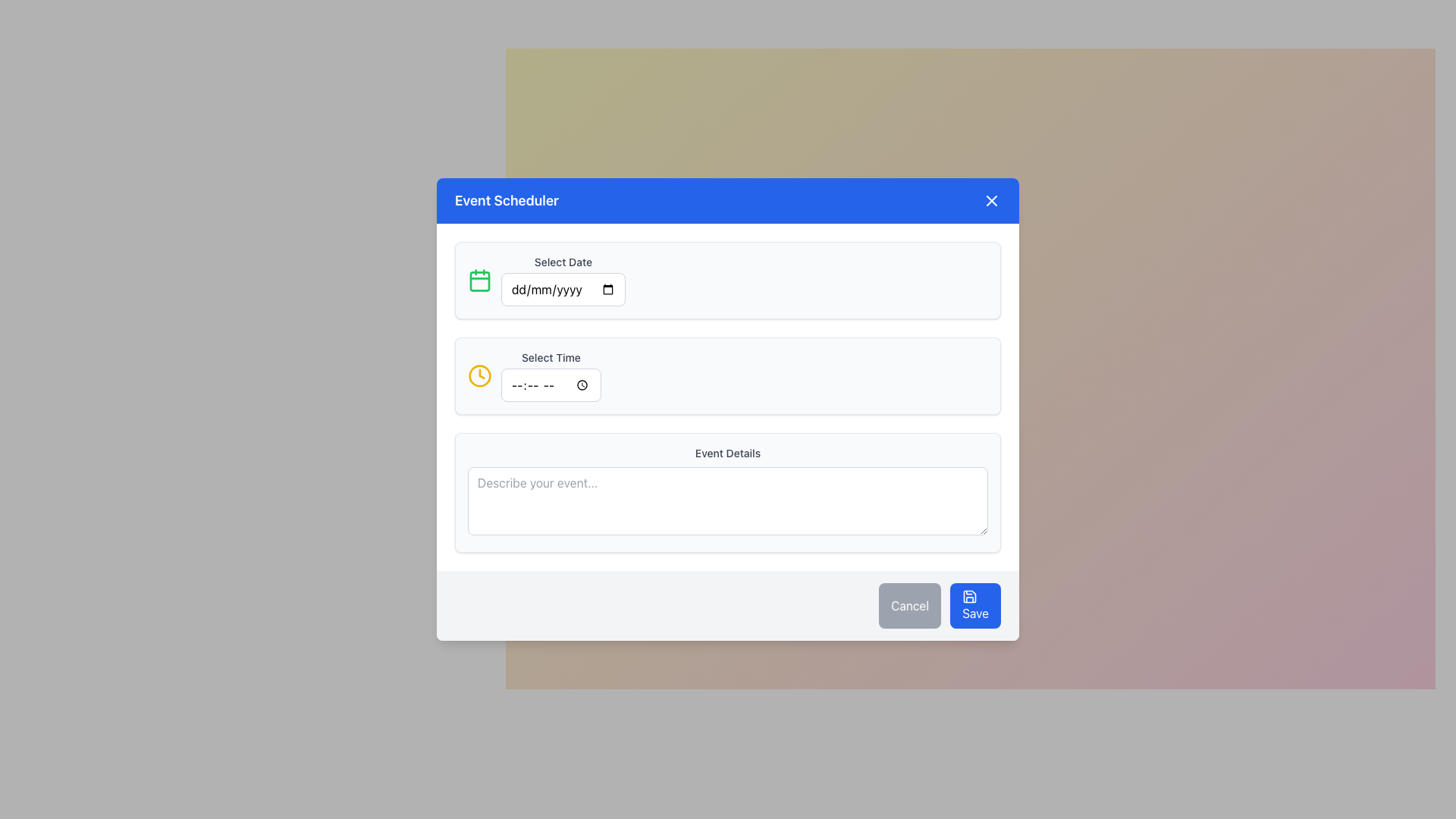 Image resolution: width=1456 pixels, height=819 pixels. What do you see at coordinates (910, 604) in the screenshot?
I see `the 'Cancel' button with light gray background and white text located at the bottom-right of the modal footer to change its appearance` at bounding box center [910, 604].